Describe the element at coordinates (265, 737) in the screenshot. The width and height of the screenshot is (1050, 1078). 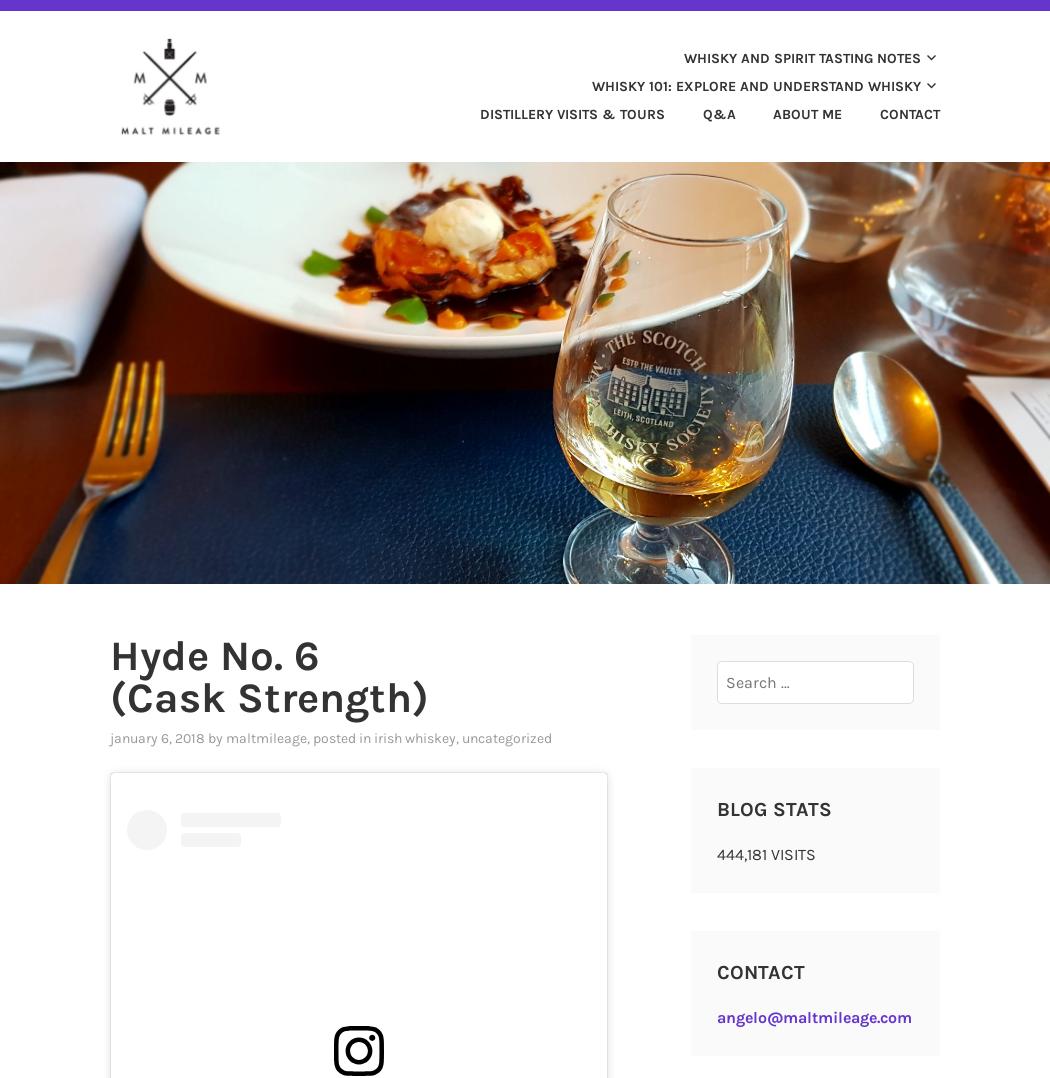
I see `'maltmileage'` at that location.